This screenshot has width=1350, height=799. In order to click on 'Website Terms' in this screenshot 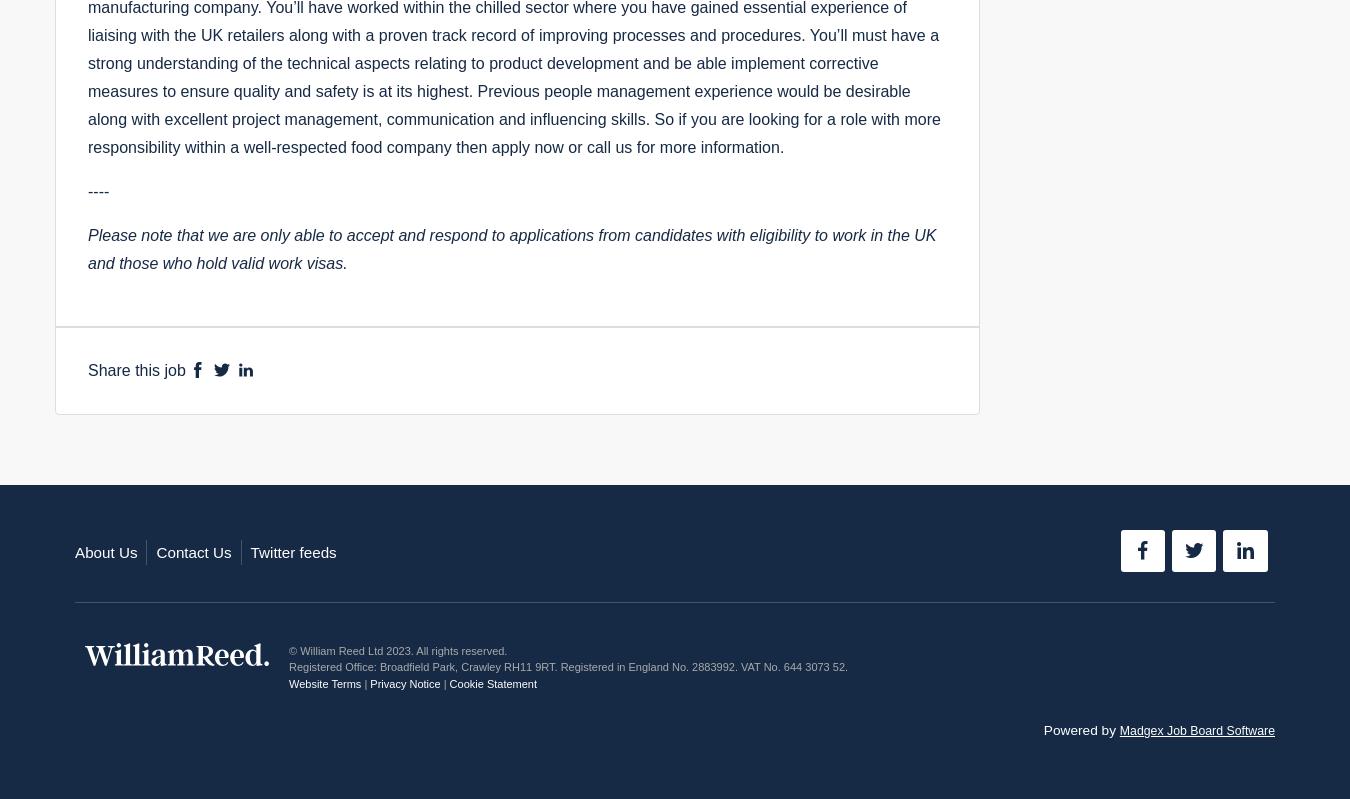, I will do `click(323, 682)`.